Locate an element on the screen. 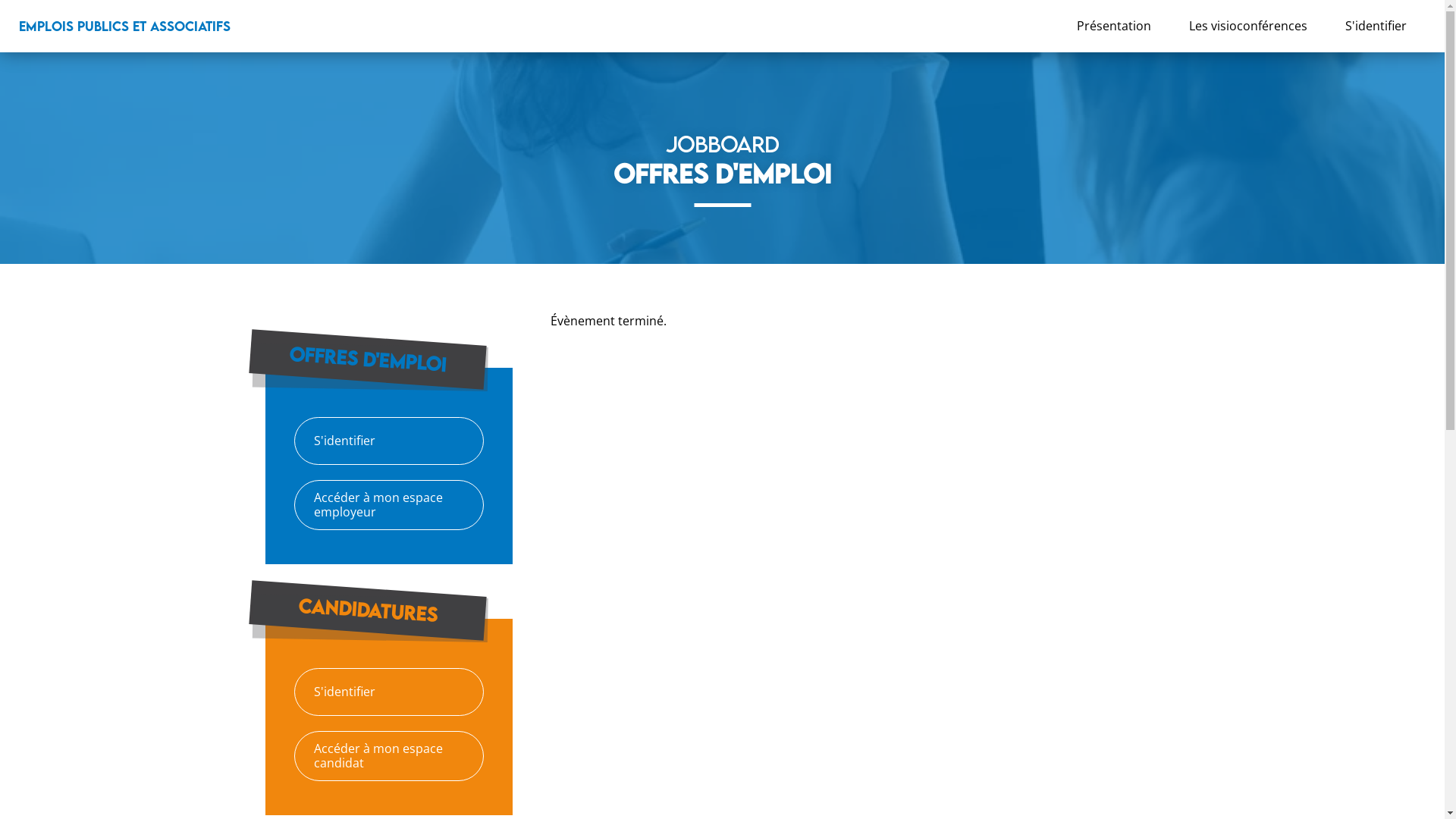 The width and height of the screenshot is (1456, 819). 'S'identifier' is located at coordinates (1376, 26).